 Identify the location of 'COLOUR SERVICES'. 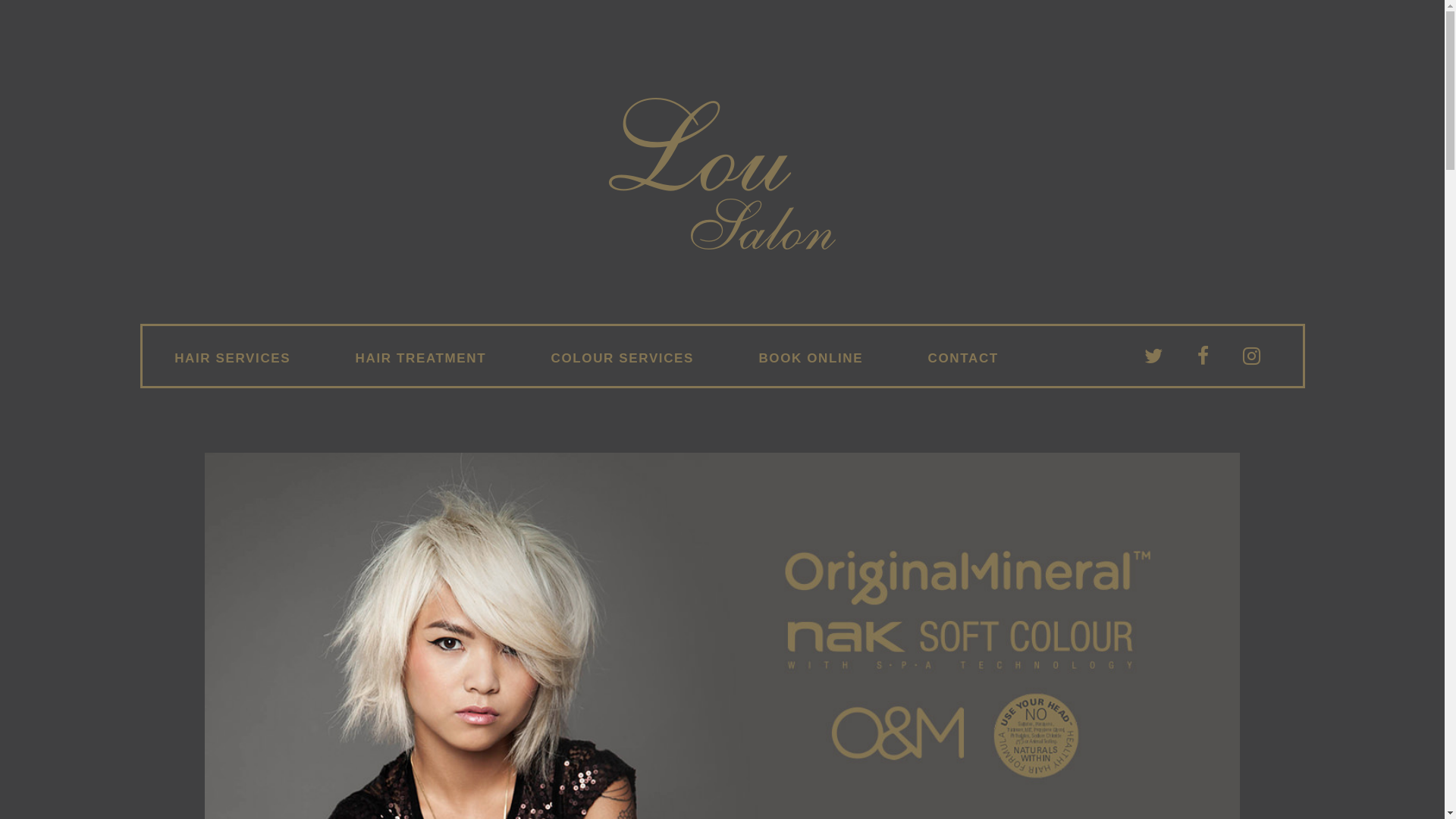
(622, 359).